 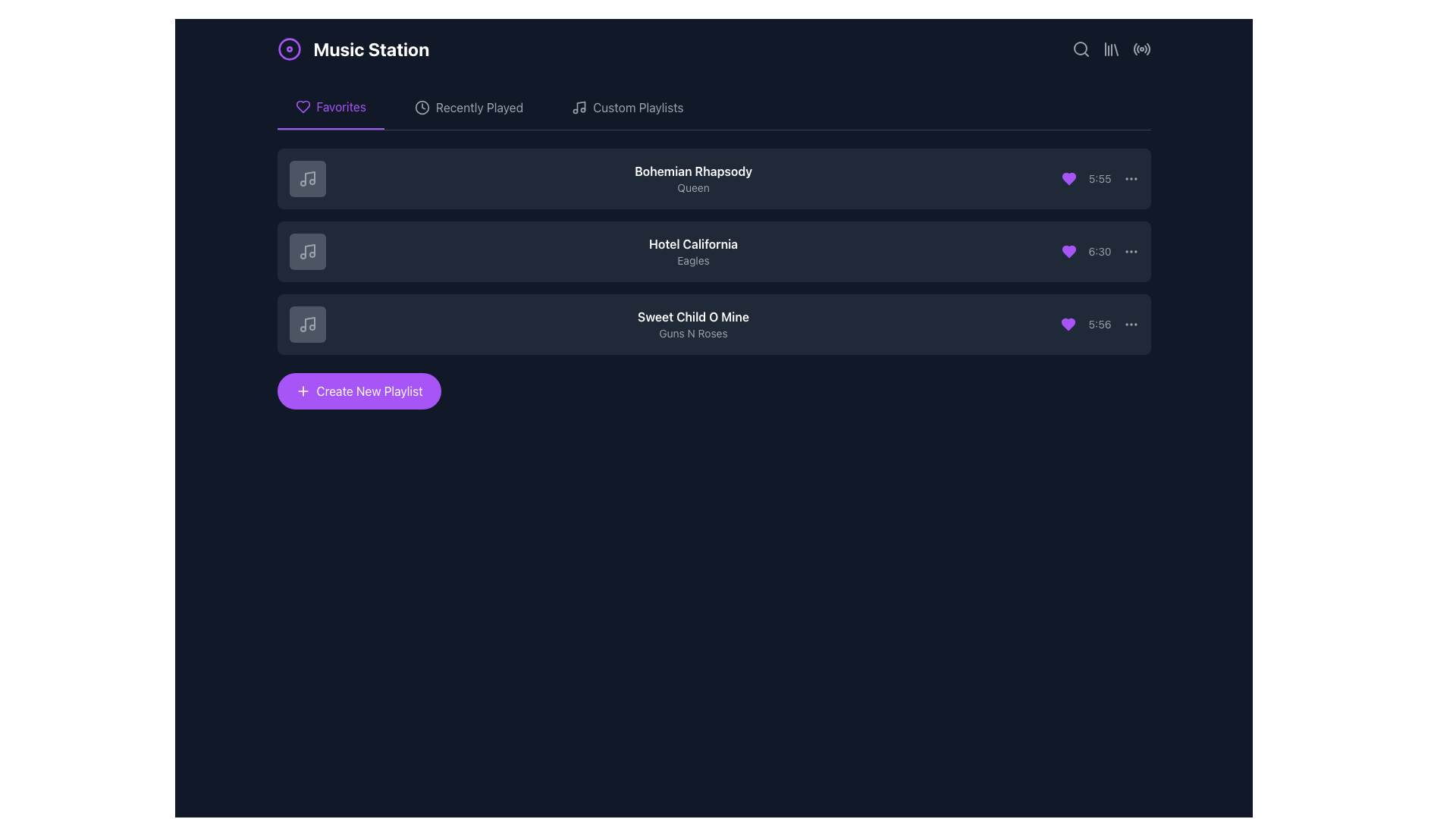 What do you see at coordinates (289, 49) in the screenshot?
I see `the outermost circle of the logo, which is a decorative SVG circle located at the top-left corner of the application` at bounding box center [289, 49].